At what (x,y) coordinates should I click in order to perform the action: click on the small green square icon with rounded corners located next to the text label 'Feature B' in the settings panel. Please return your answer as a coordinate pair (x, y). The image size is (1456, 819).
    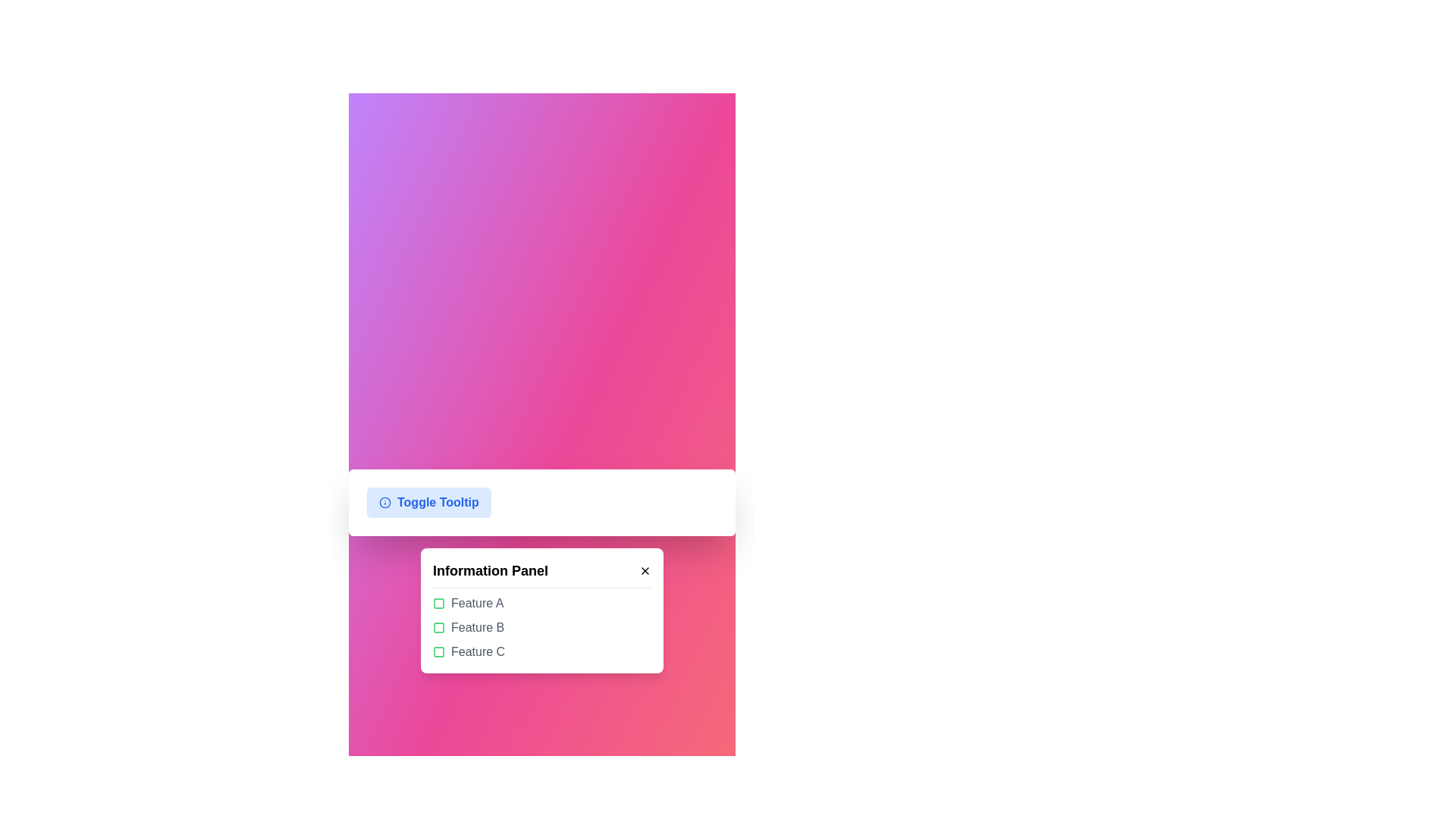
    Looking at the image, I should click on (438, 628).